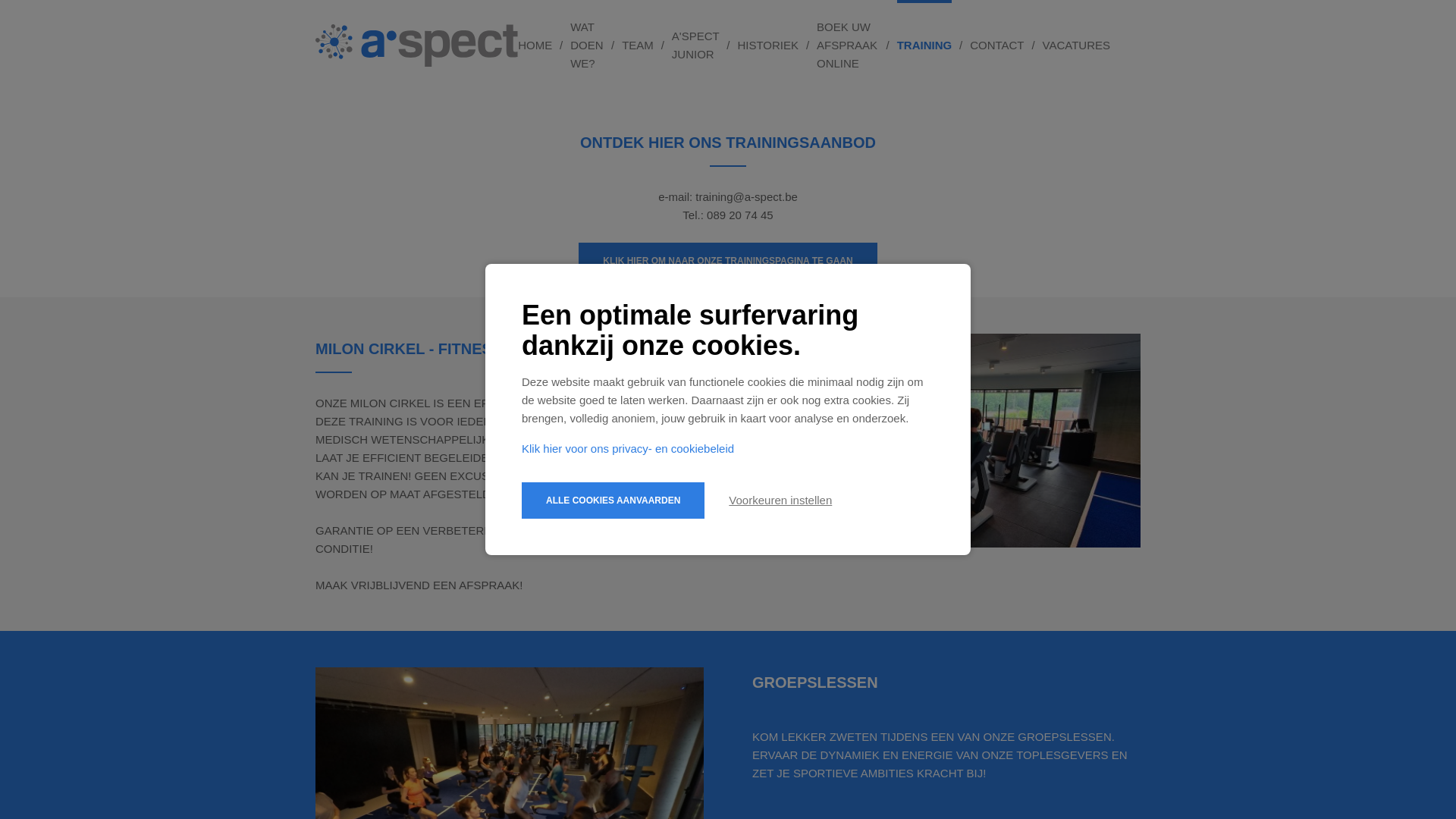 The height and width of the screenshot is (819, 1456). Describe the element at coordinates (628, 447) in the screenshot. I see `'Klik hier voor ons privacy- en cookiebeleid'` at that location.